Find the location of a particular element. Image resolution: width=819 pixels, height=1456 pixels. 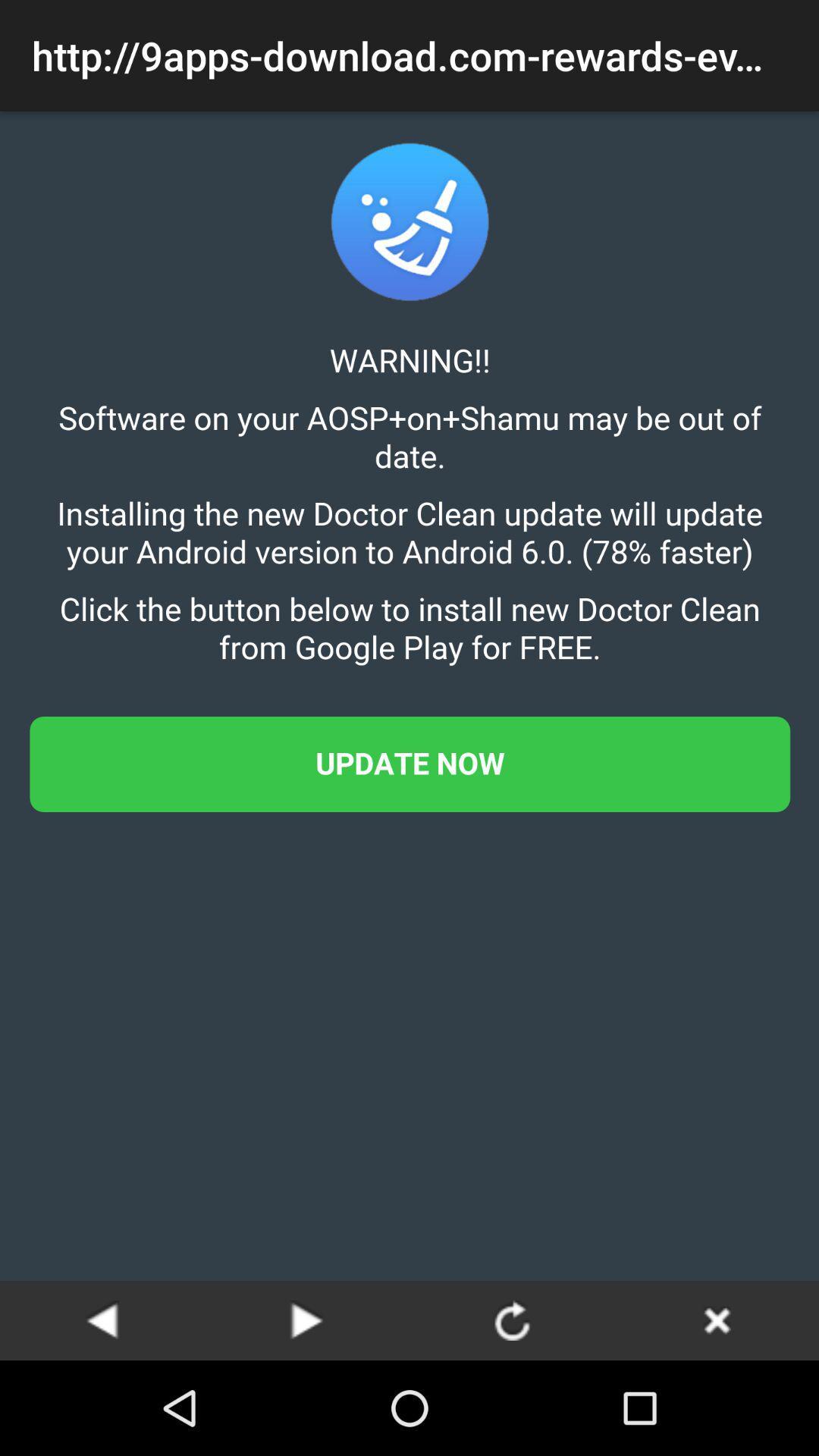

tab is located at coordinates (717, 1319).